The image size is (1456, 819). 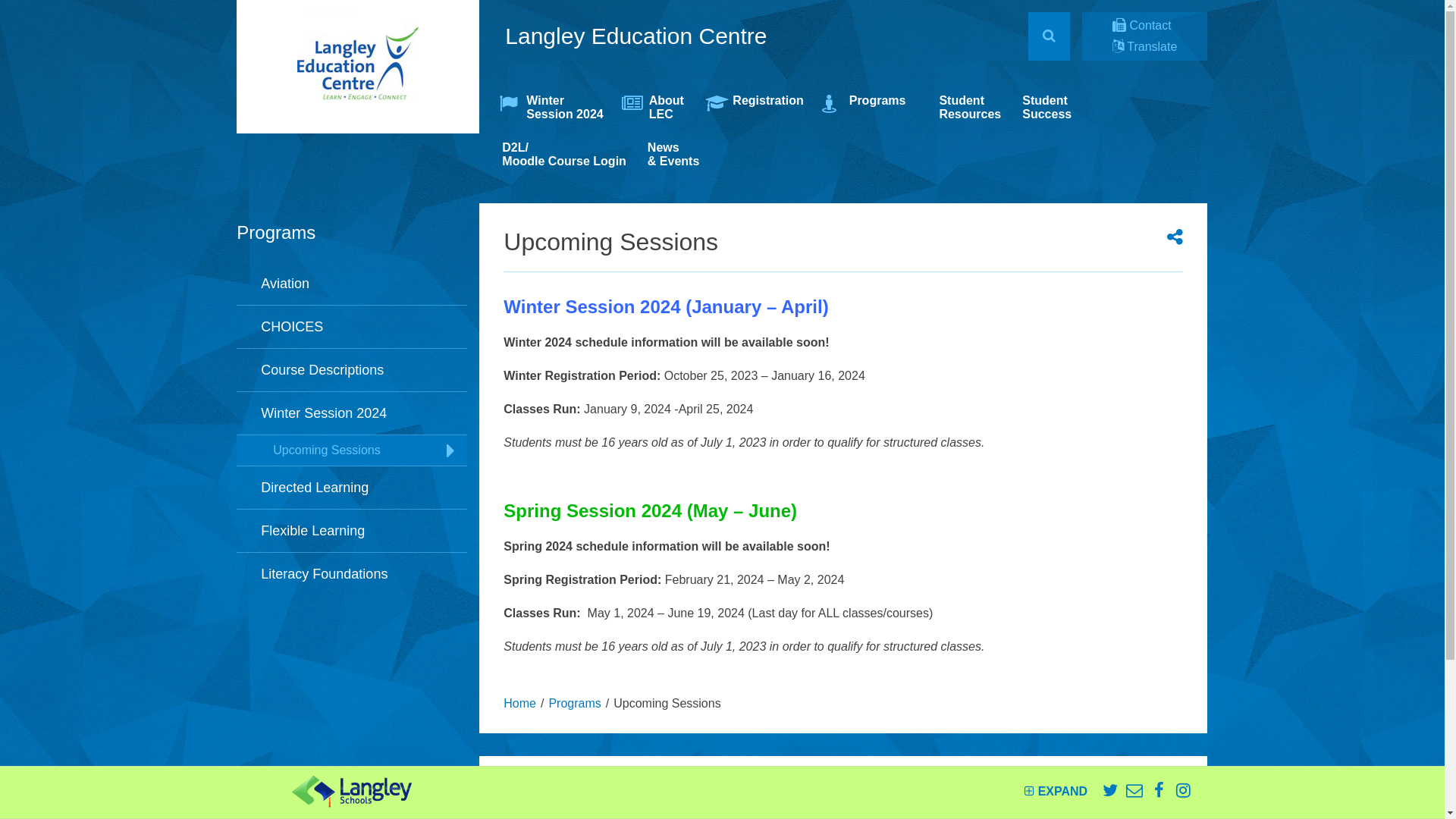 I want to click on ' Translate', so click(x=1112, y=45).